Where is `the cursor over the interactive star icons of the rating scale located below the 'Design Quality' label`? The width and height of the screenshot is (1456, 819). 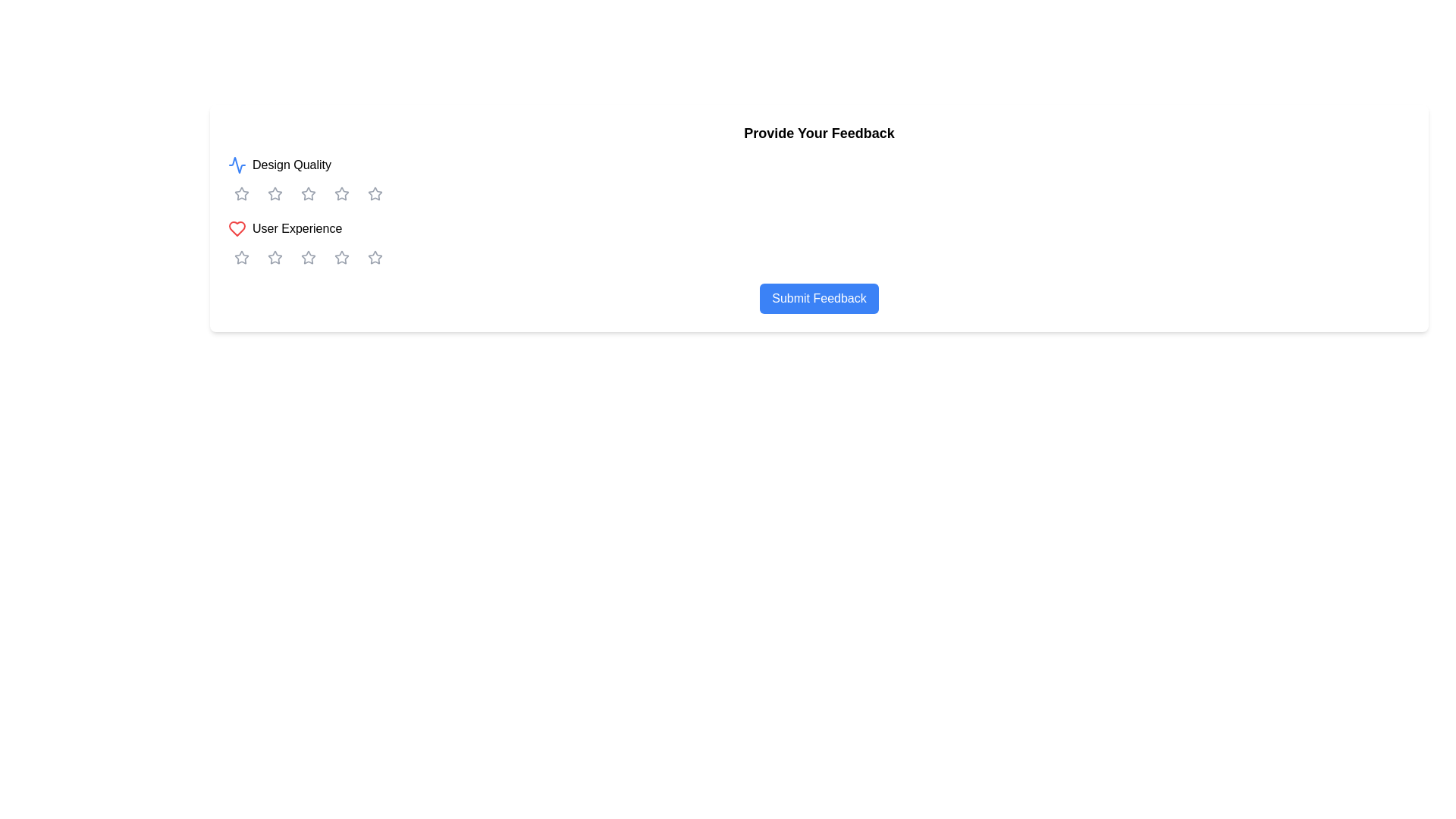
the cursor over the interactive star icons of the rating scale located below the 'Design Quality' label is located at coordinates (818, 193).